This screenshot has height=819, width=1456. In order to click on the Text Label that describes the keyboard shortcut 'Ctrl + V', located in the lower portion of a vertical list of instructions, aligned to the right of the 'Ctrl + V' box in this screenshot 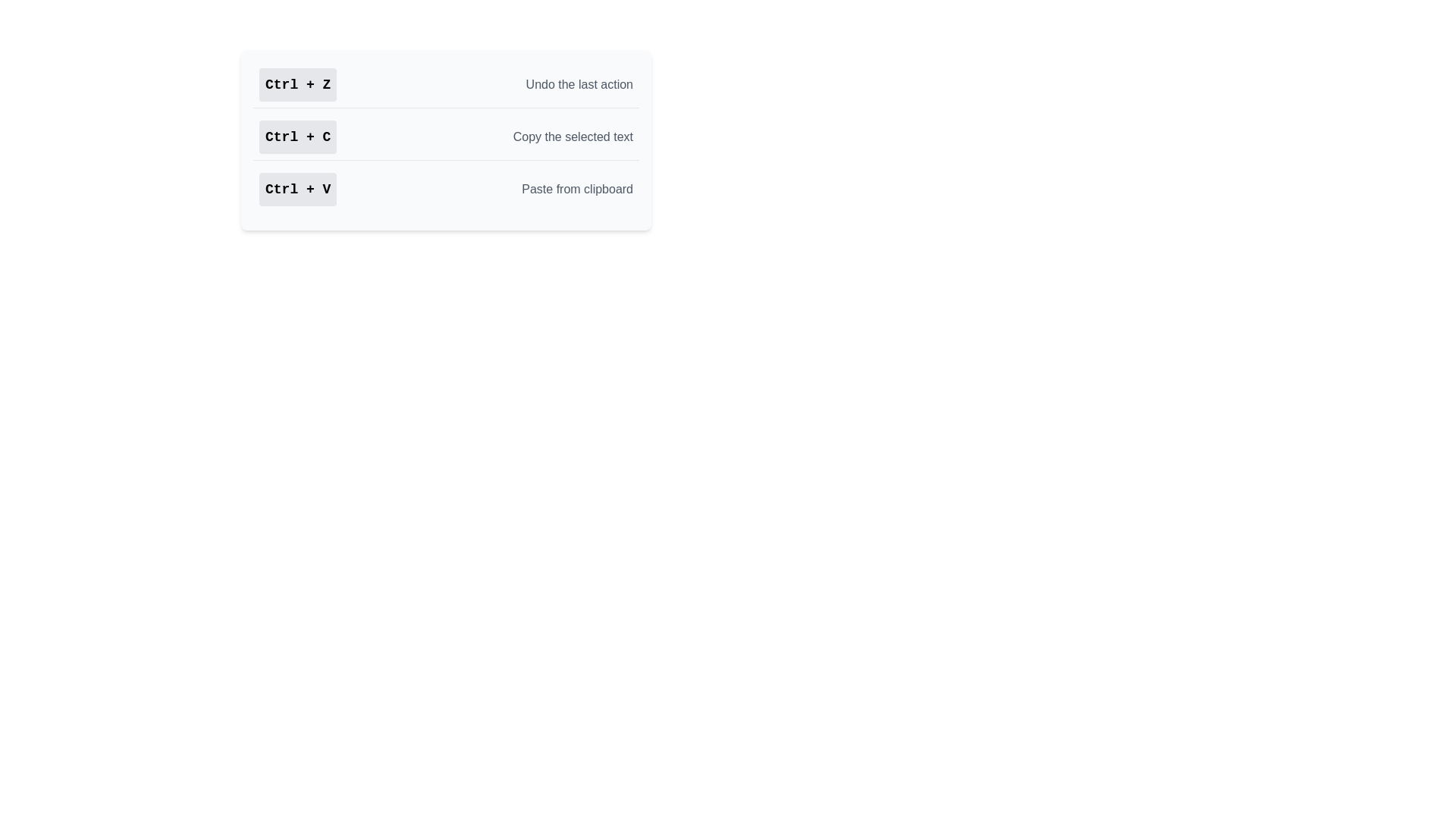, I will do `click(576, 189)`.